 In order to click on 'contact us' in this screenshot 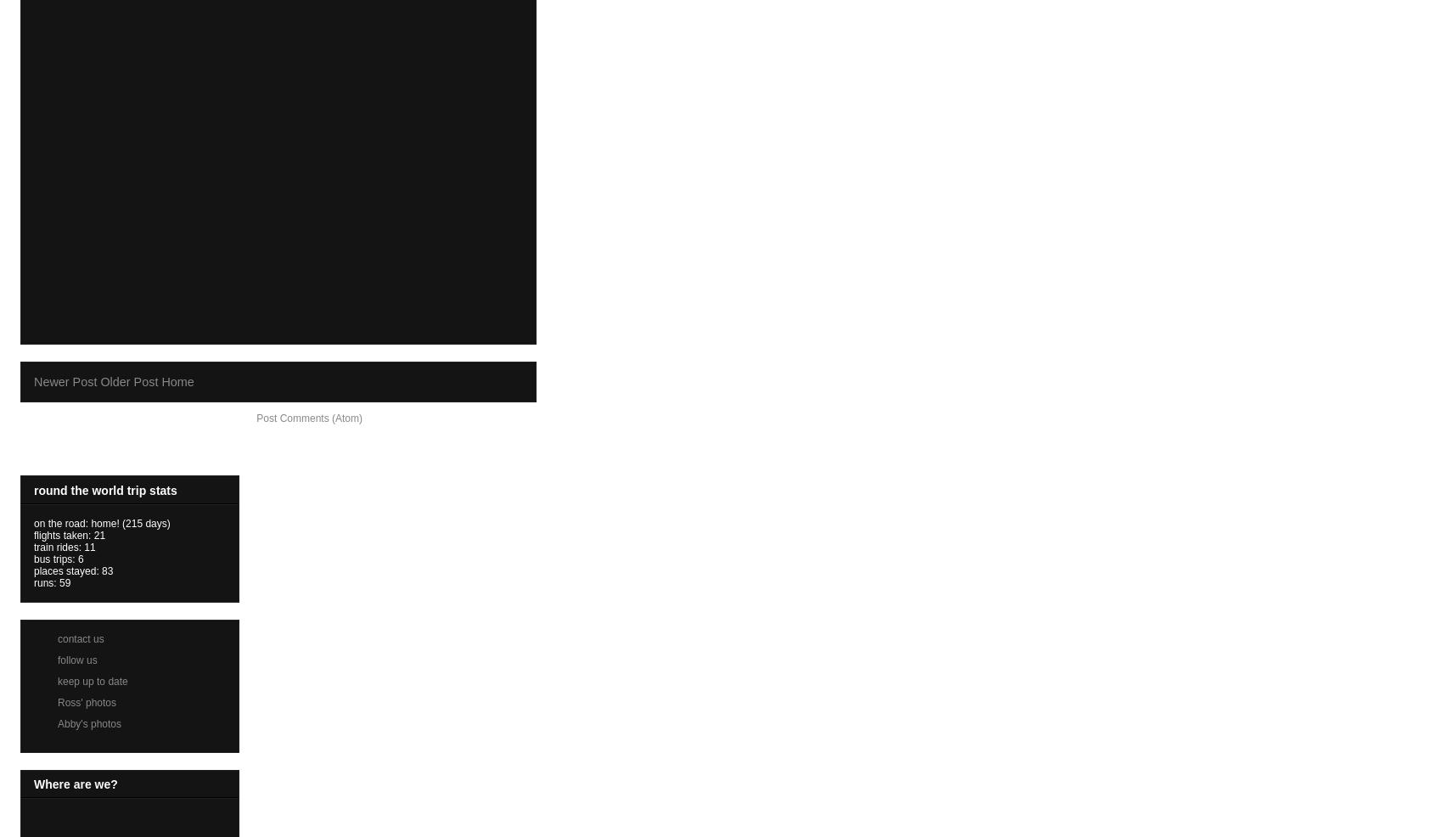, I will do `click(57, 638)`.